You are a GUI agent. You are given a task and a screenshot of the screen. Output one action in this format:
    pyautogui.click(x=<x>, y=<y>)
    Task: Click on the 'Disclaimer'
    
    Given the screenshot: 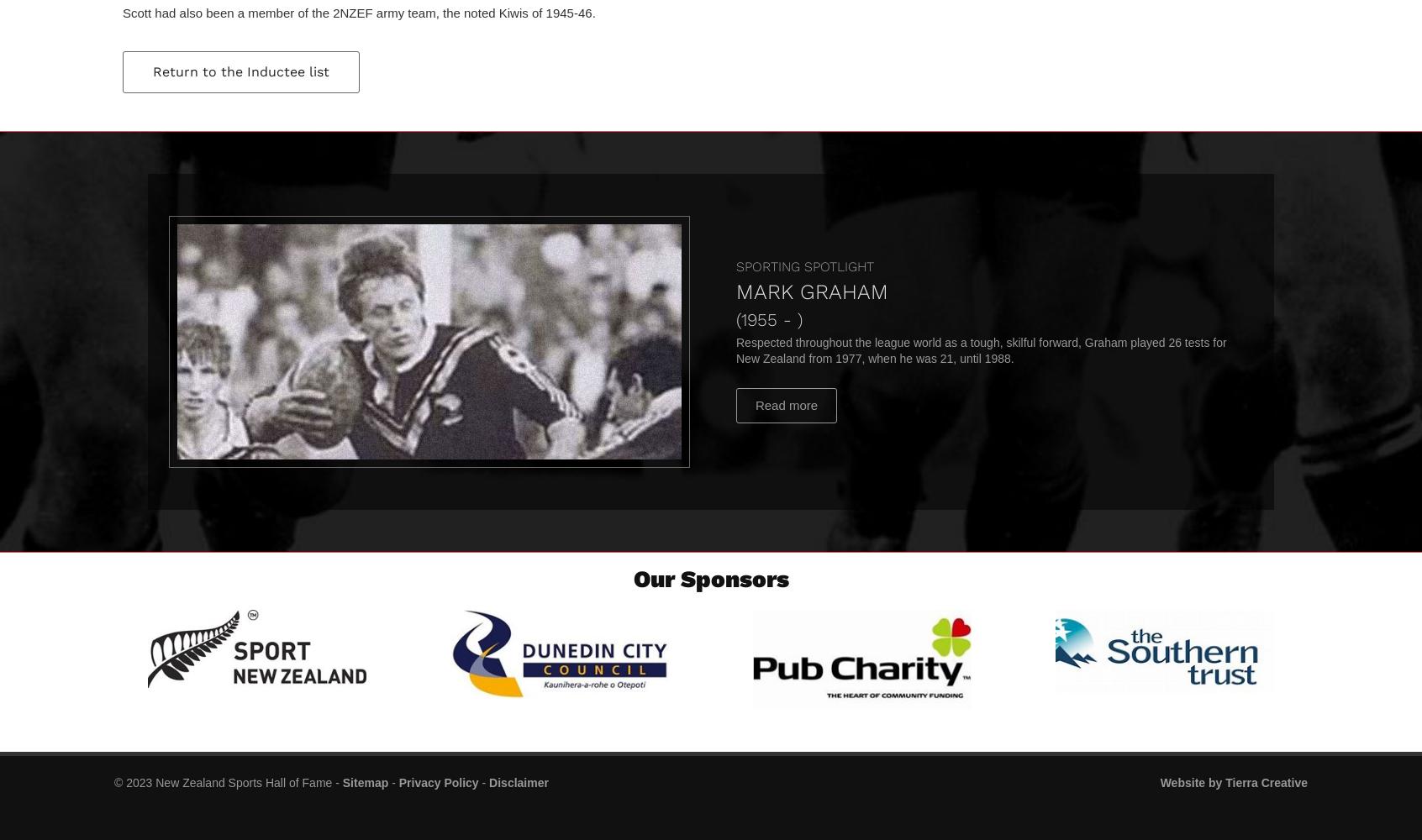 What is the action you would take?
    pyautogui.click(x=518, y=782)
    